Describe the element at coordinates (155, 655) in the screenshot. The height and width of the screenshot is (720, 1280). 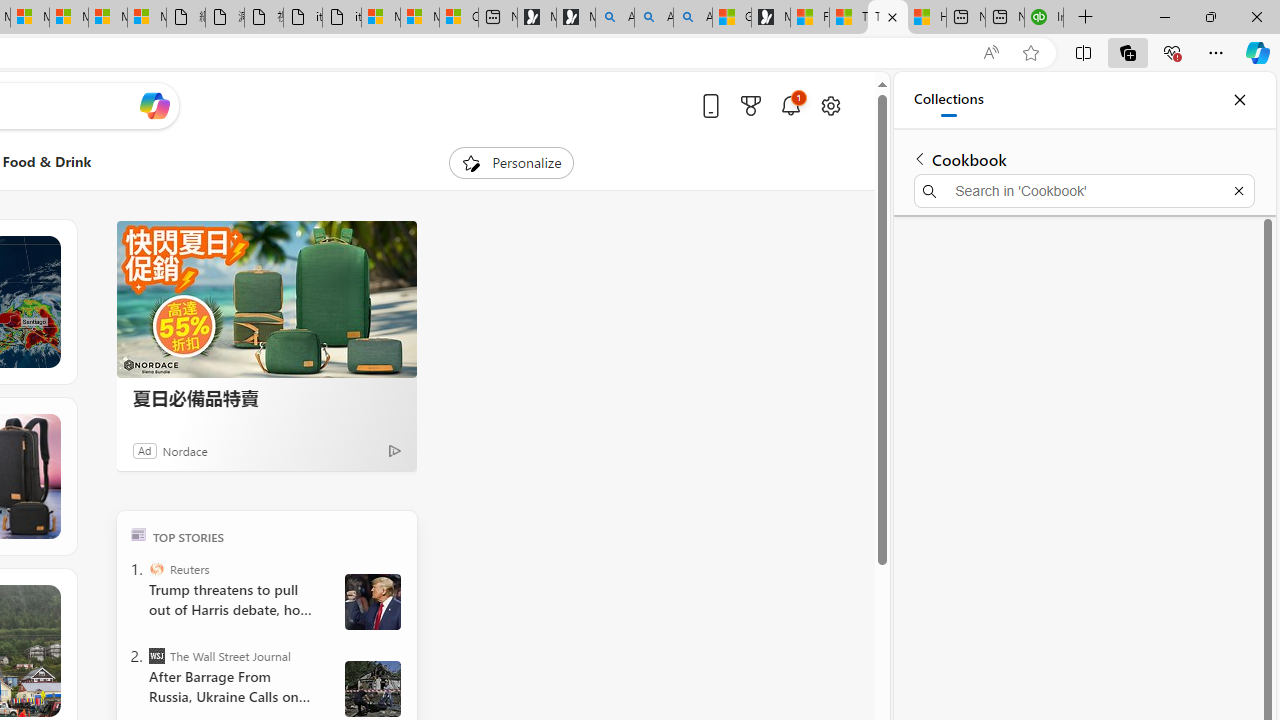
I see `'The Wall Street Journal'` at that location.